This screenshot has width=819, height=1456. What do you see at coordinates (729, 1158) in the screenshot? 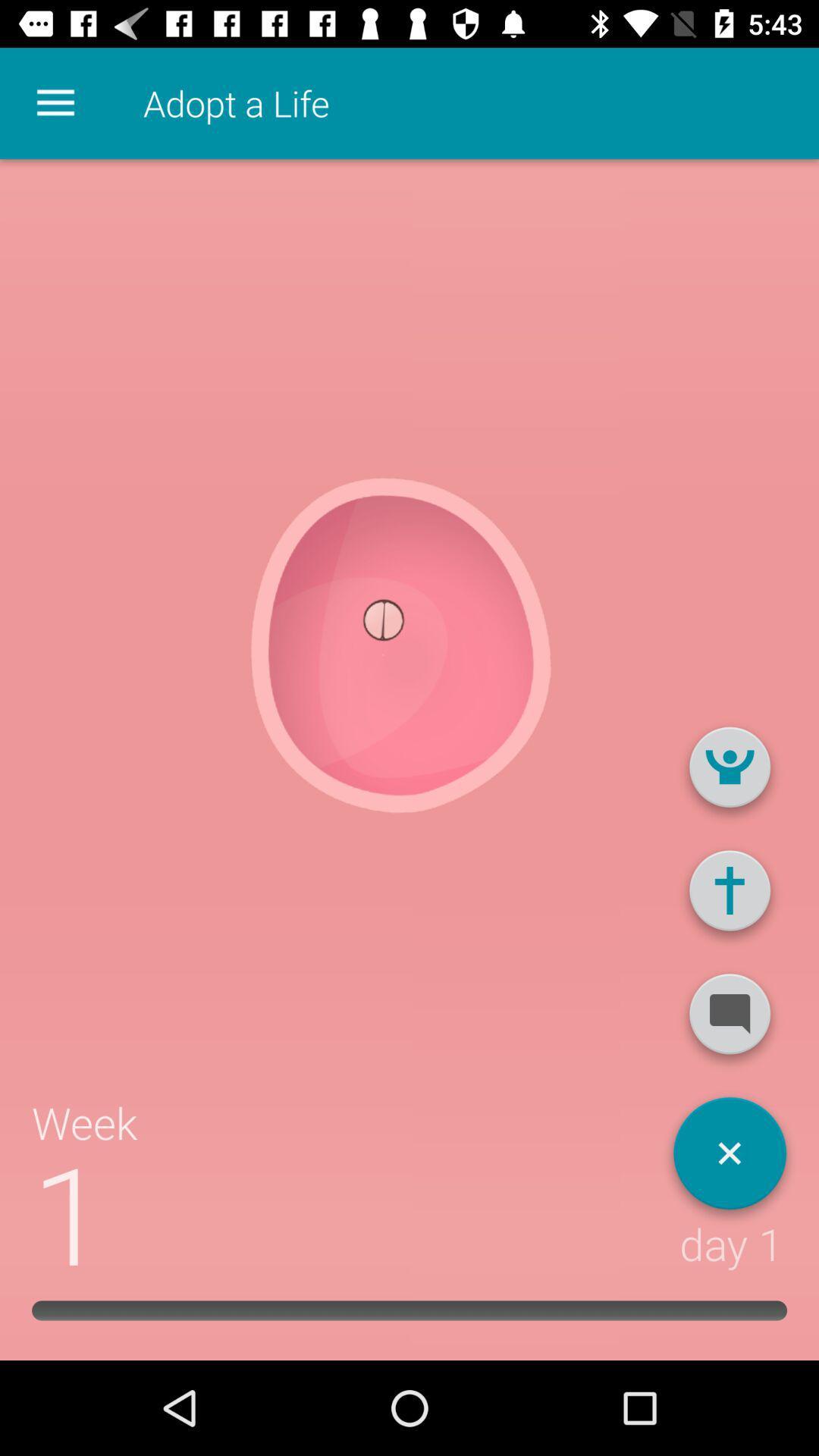
I see `button` at bounding box center [729, 1158].